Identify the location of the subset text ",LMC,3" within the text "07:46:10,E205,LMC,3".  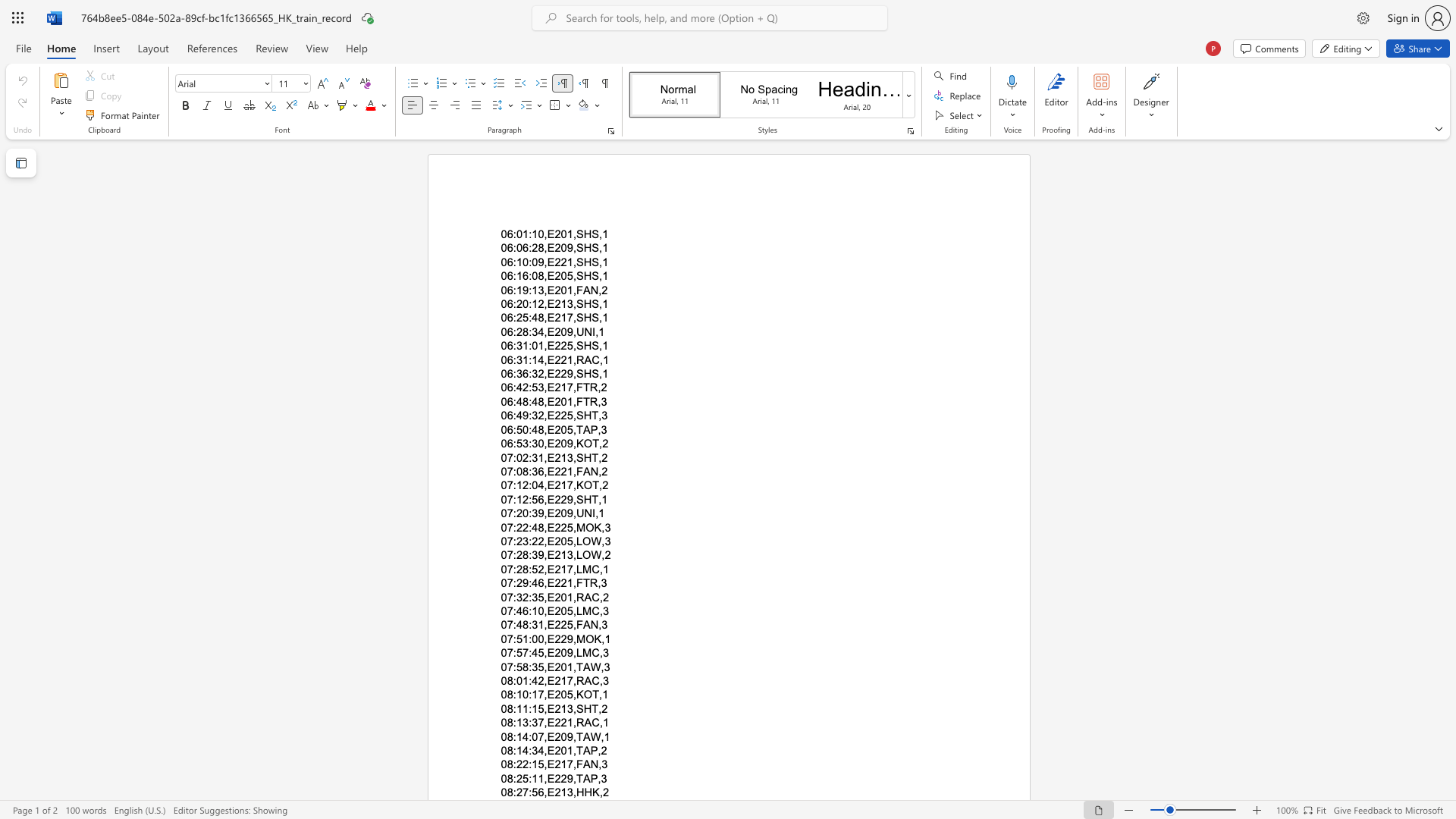
(572, 610).